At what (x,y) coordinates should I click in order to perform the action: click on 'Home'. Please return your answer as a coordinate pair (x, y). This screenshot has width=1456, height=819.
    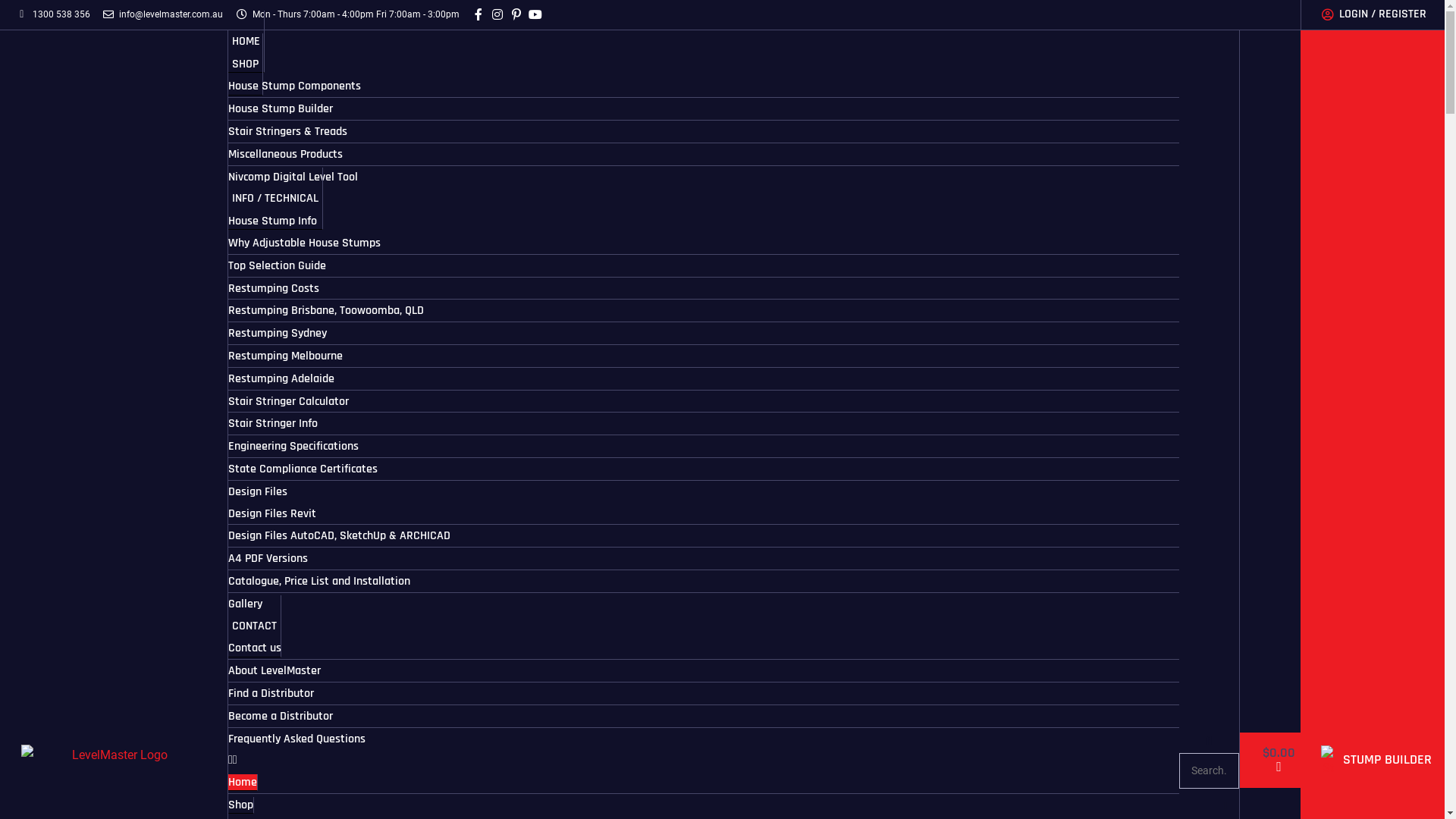
    Looking at the image, I should click on (243, 783).